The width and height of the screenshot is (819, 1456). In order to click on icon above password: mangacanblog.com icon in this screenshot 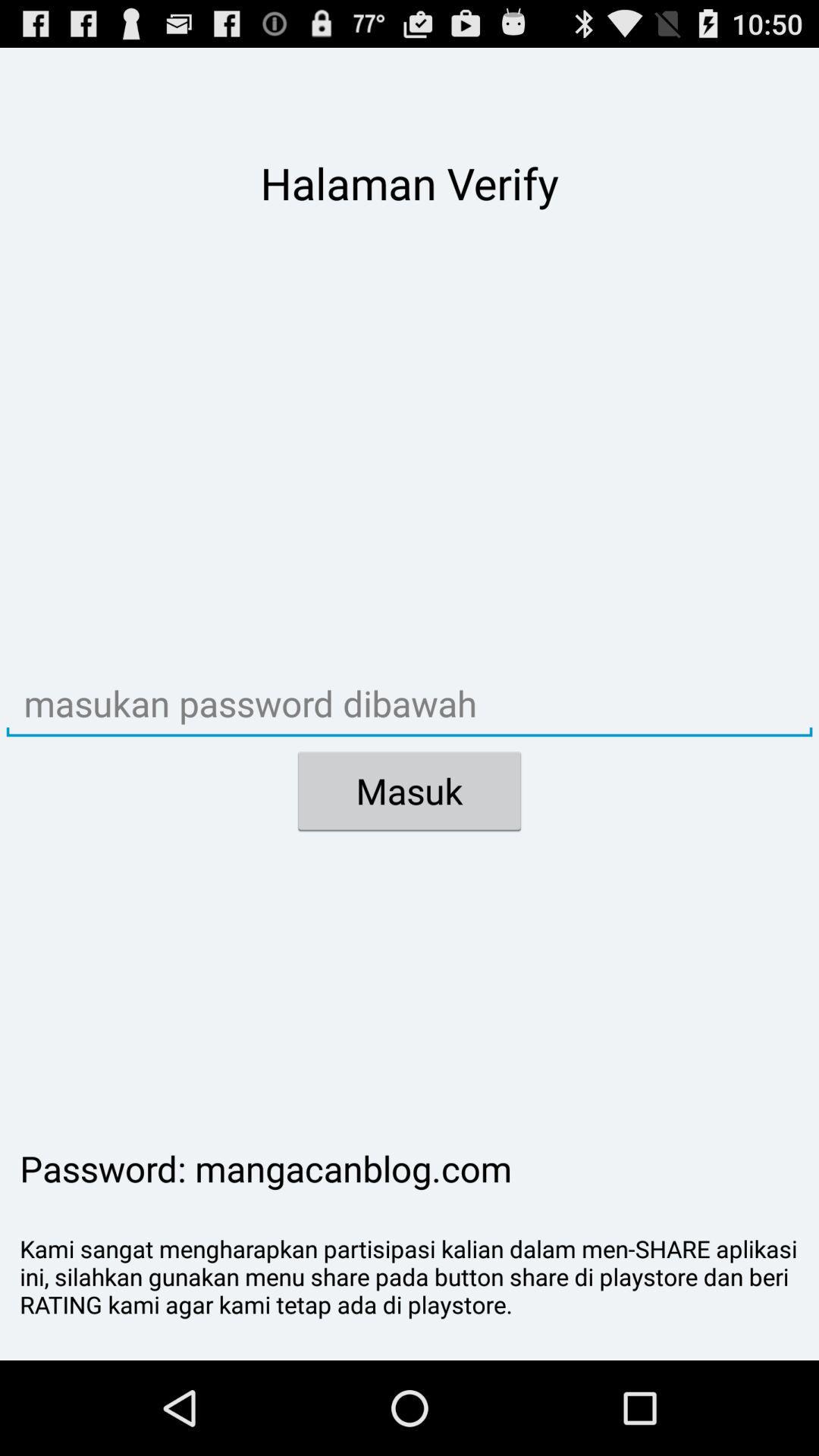, I will do `click(409, 790)`.